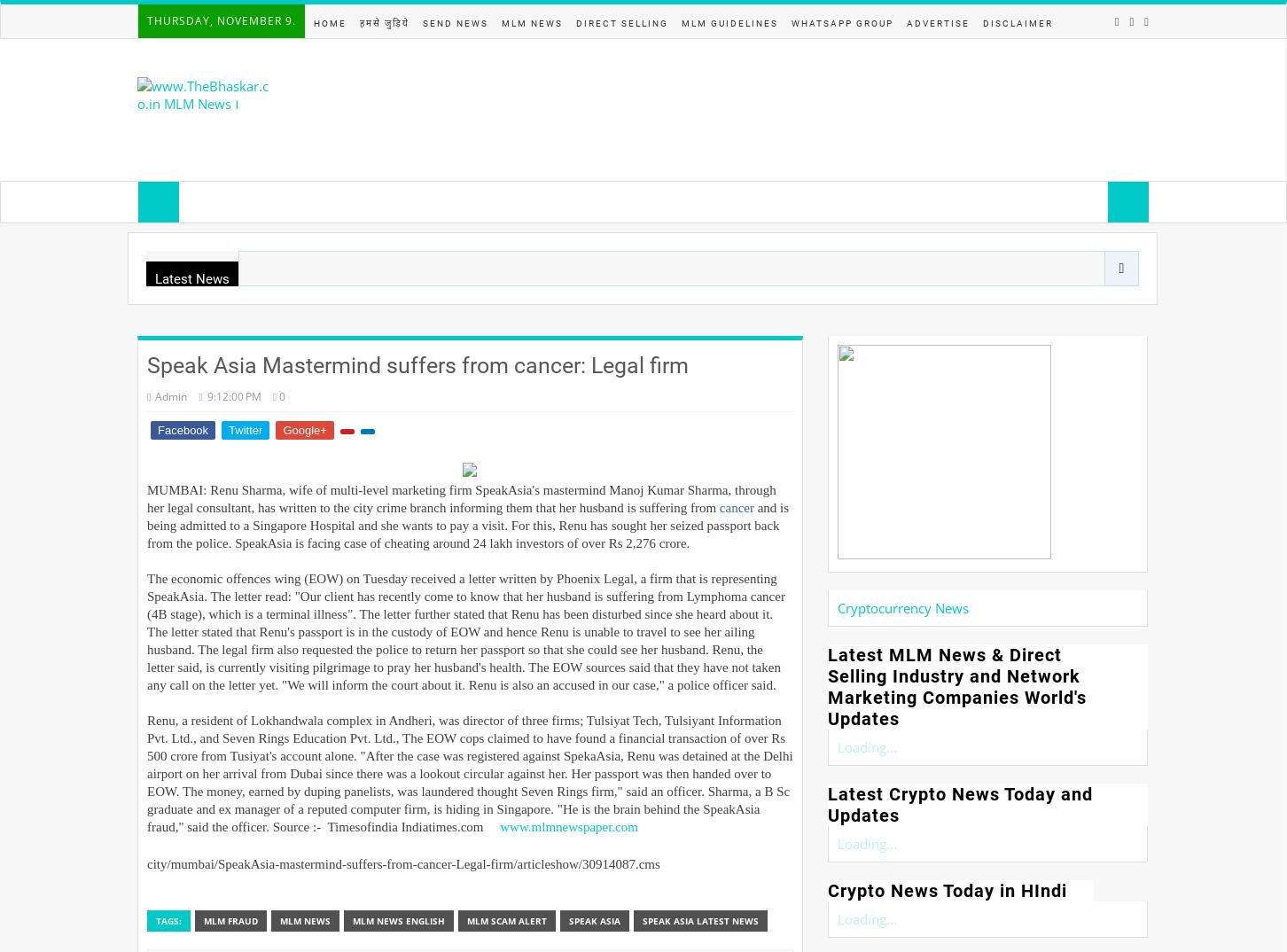 This screenshot has width=1287, height=952. What do you see at coordinates (467, 525) in the screenshot?
I see `'and is being admitted to a Singapore Hospital and she wants to pay a visit. For this, Renu has sought her seized passport back from the police. SpeakAsia is facing case of cheating around 24 lakh investors of over Rs 2,276 crore.'` at bounding box center [467, 525].